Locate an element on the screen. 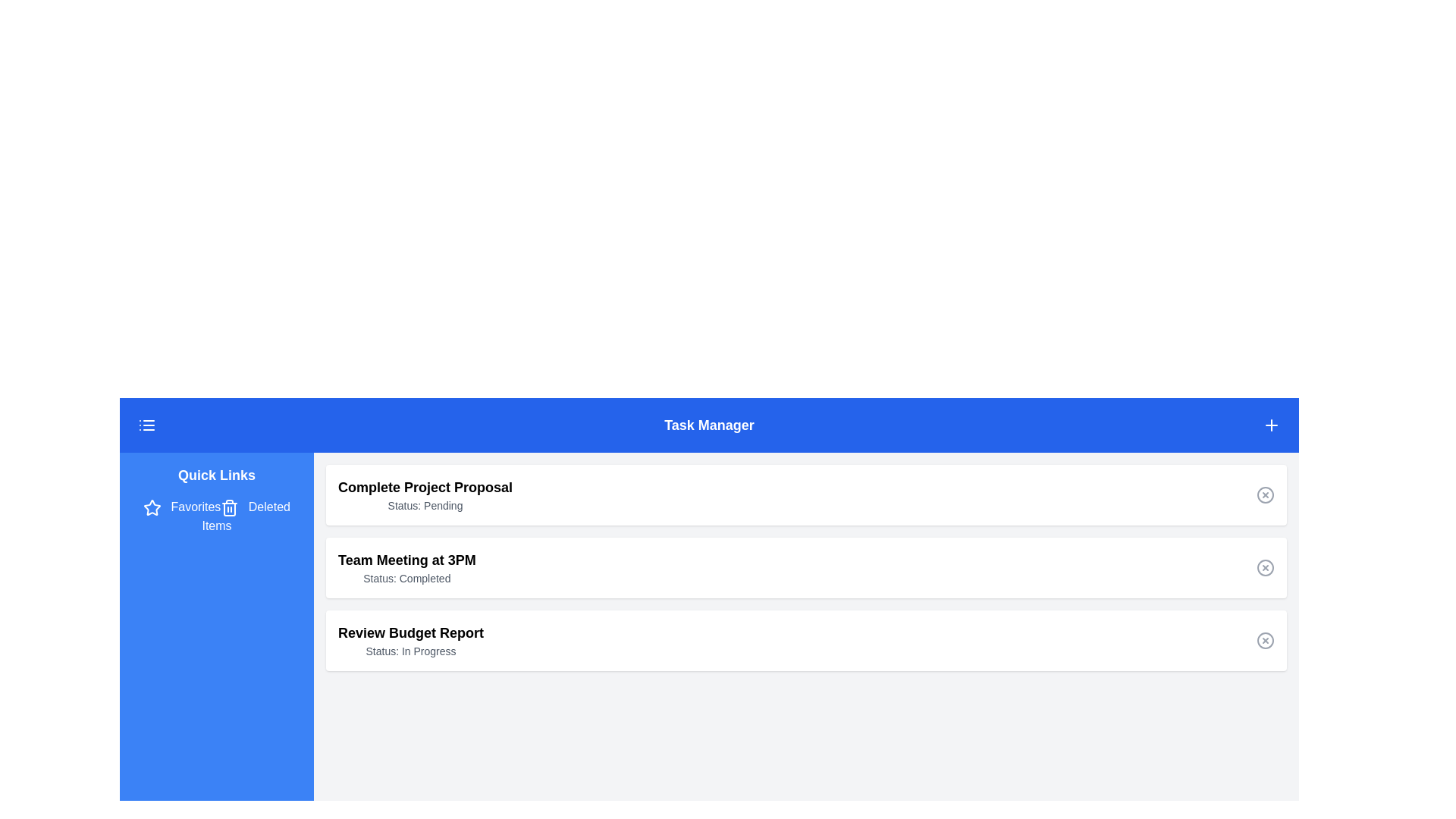 The width and height of the screenshot is (1456, 819). the Navigation menu links in the left sidebar titled 'Quick Links' is located at coordinates (216, 516).